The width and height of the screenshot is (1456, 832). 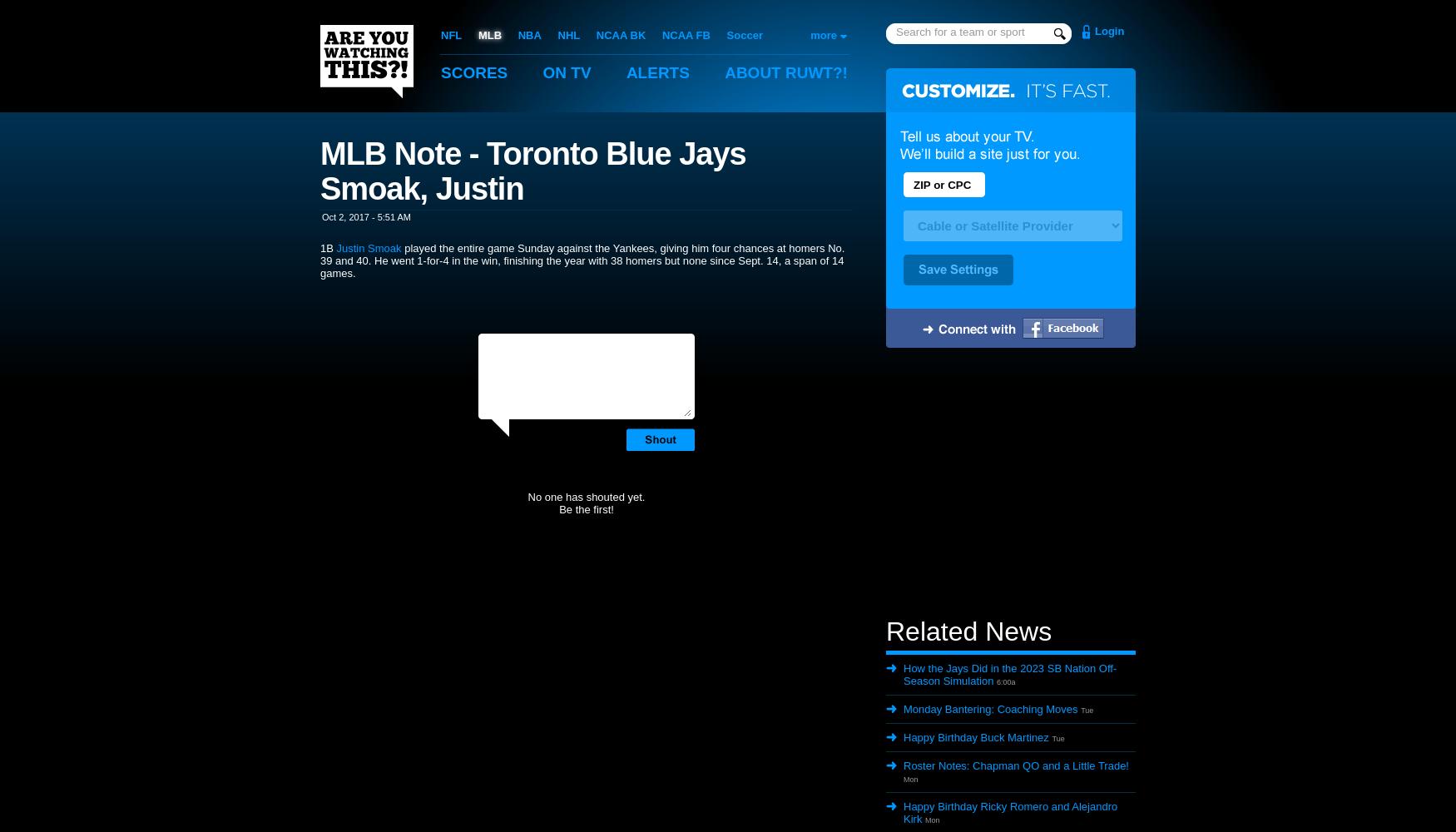 I want to click on 'more', so click(x=810, y=35).